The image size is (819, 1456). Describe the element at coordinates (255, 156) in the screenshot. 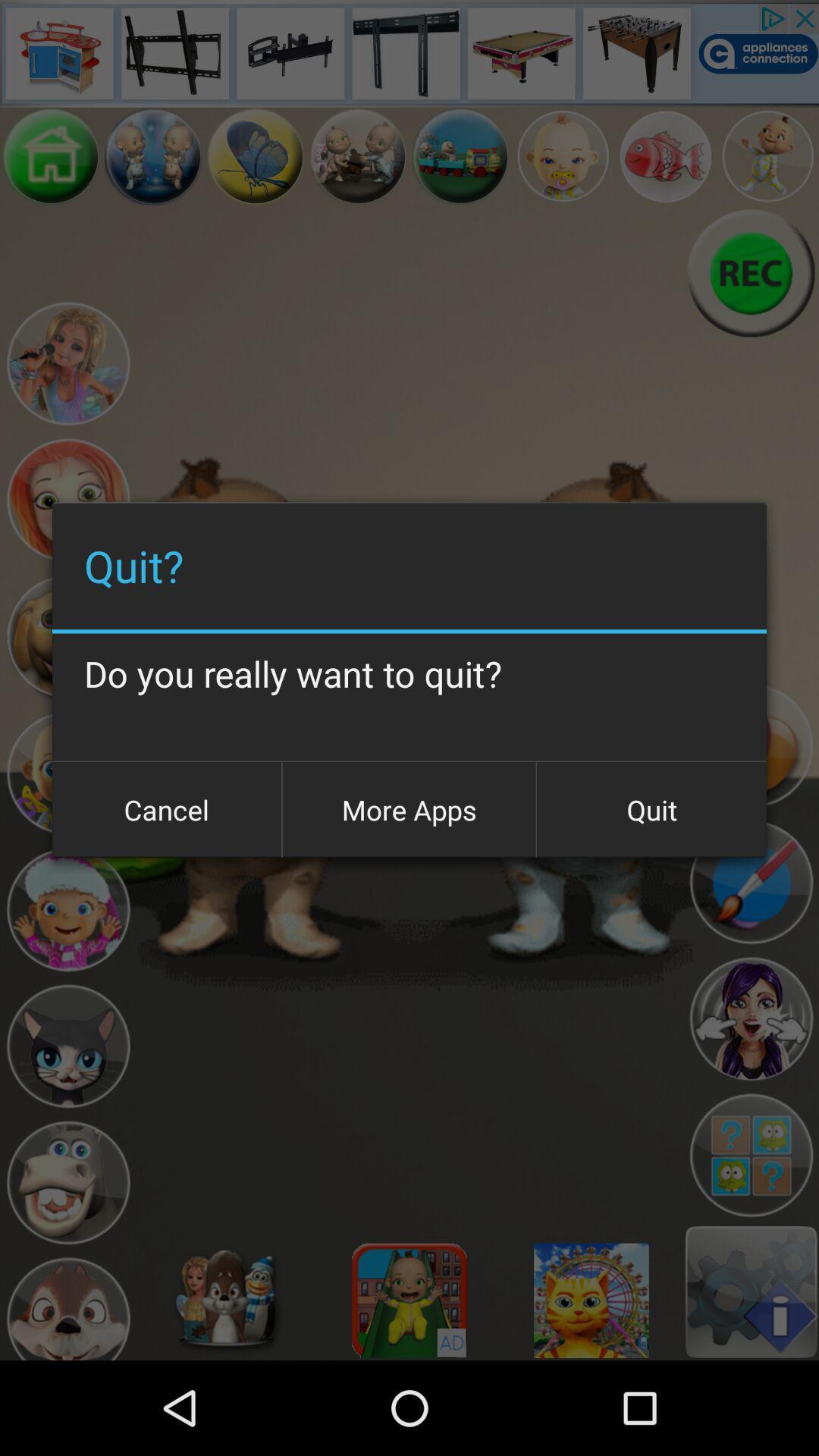

I see `back` at that location.